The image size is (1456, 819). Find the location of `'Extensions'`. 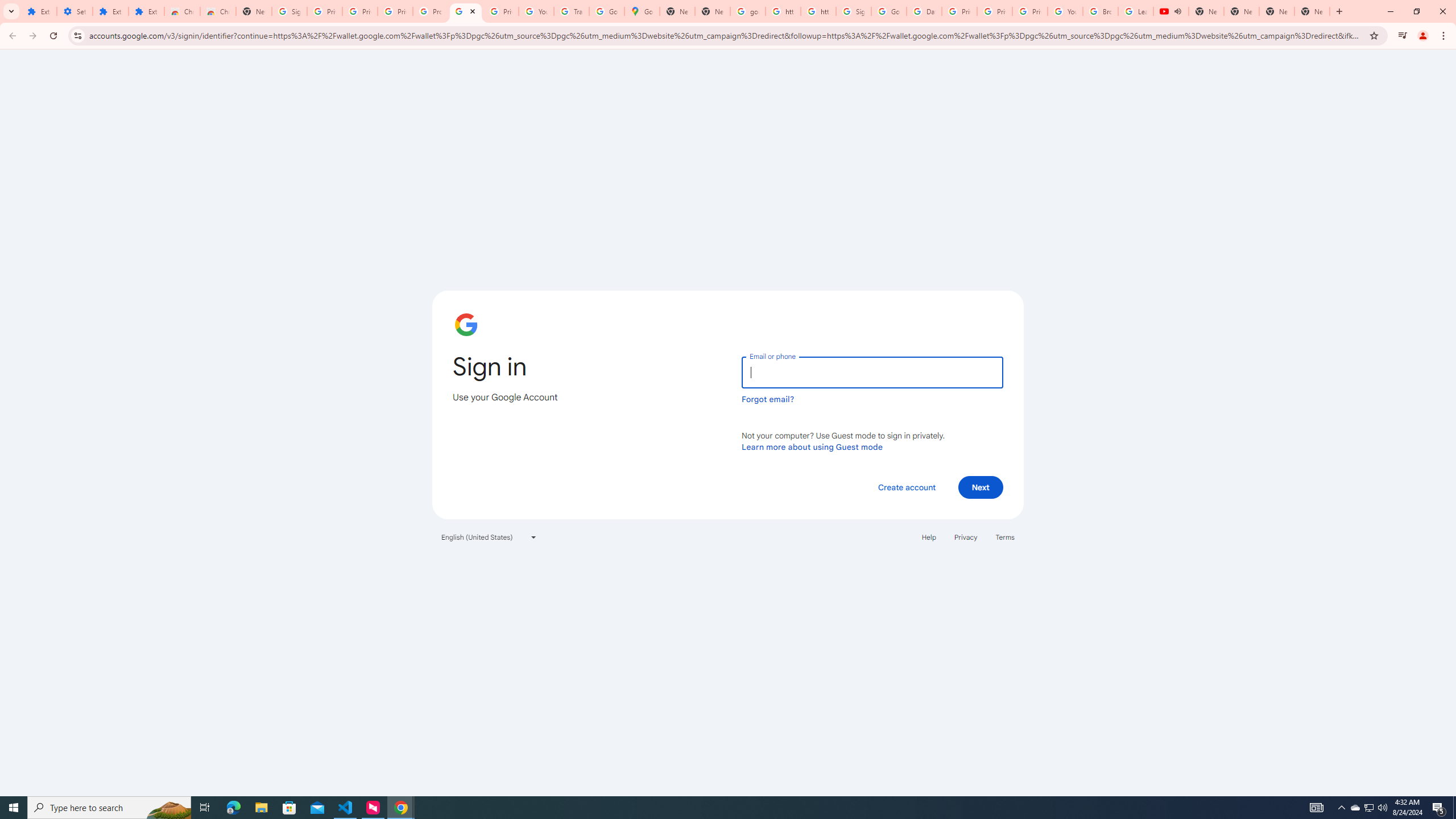

'Extensions' is located at coordinates (110, 11).